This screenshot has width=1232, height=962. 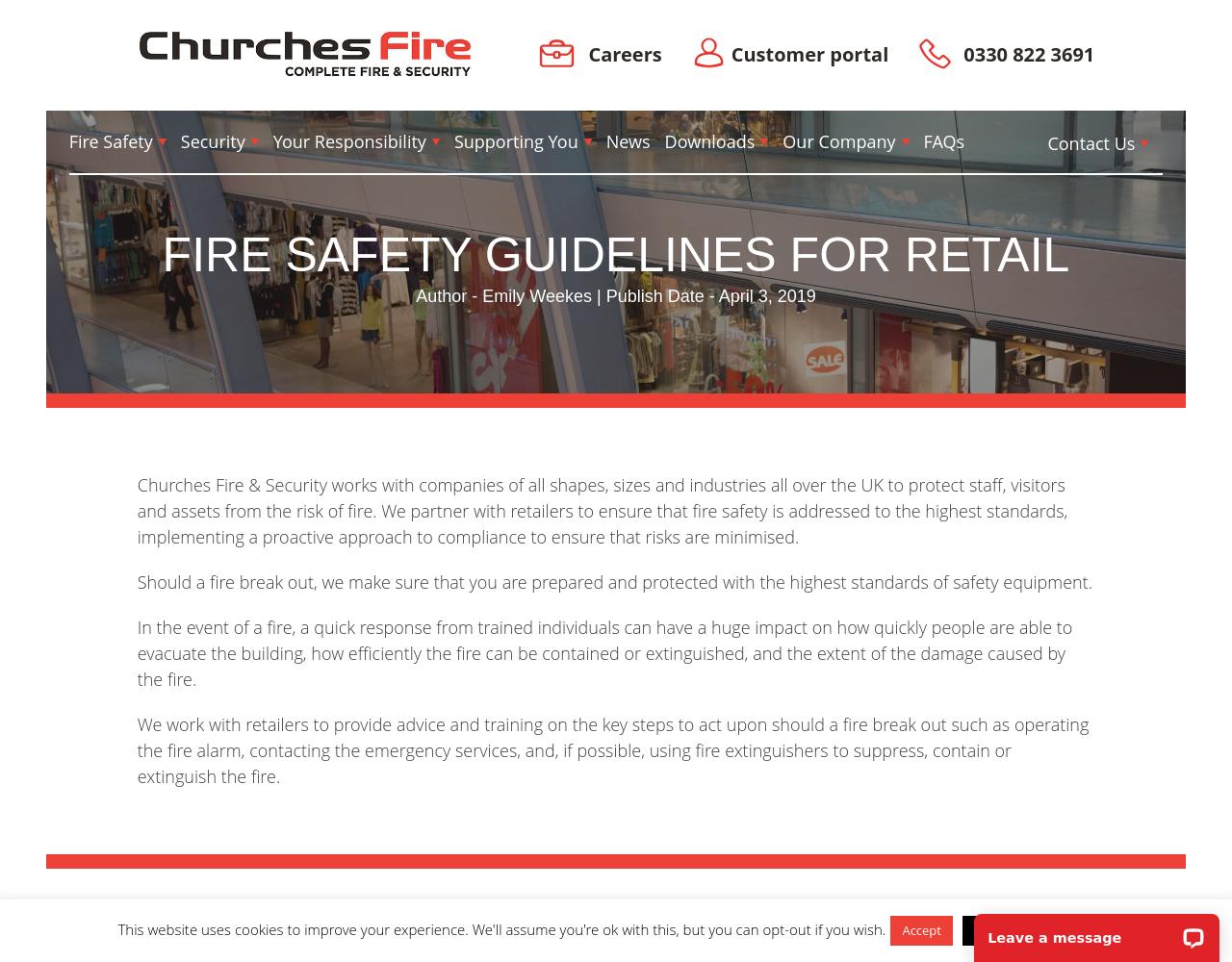 I want to click on 'This website uses cookies to improve your experience. We'll assume you're ok with this, but you can opt-out if you wish.', so click(x=500, y=928).